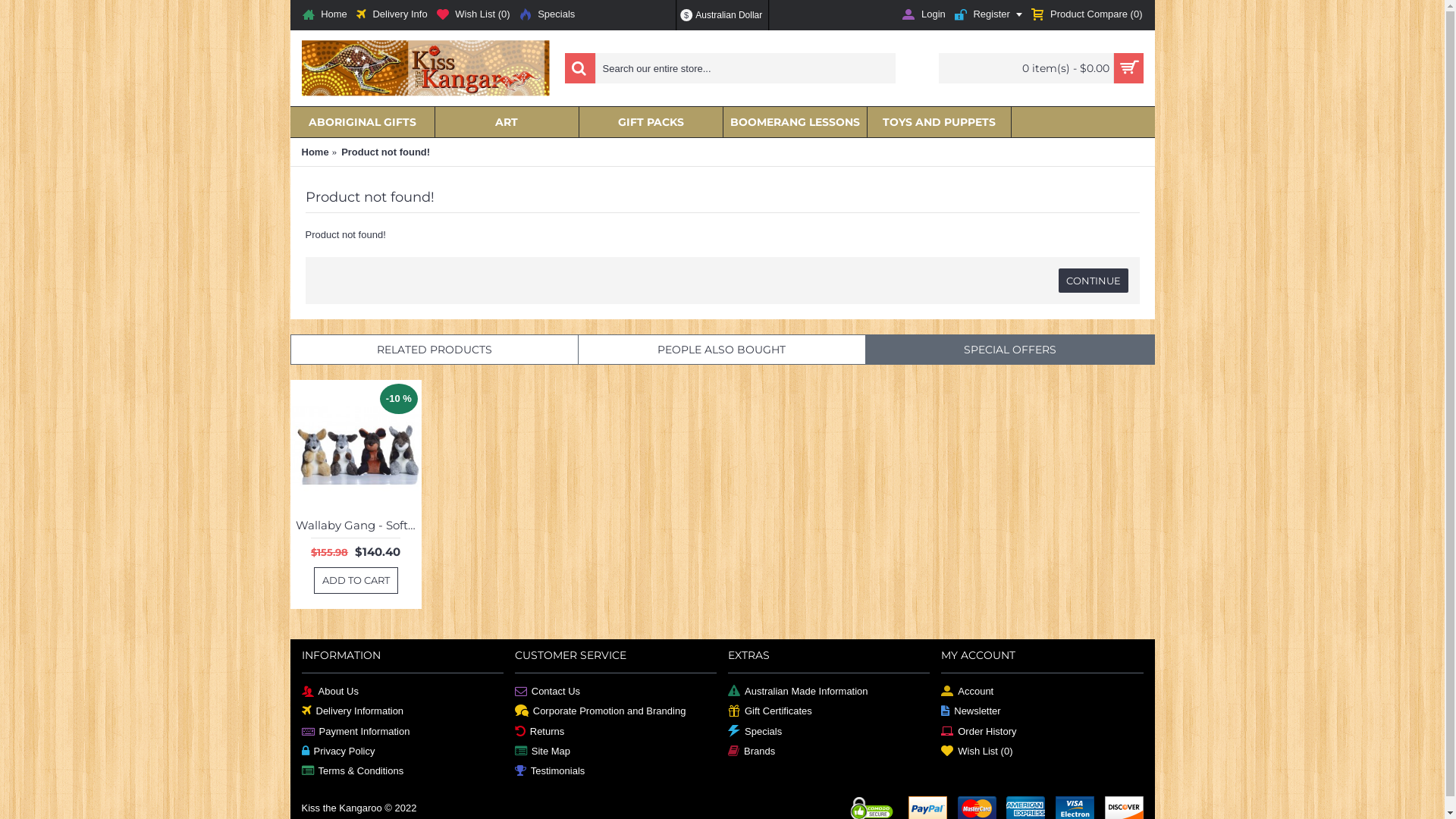 Image resolution: width=1456 pixels, height=819 pixels. Describe the element at coordinates (360, 121) in the screenshot. I see `'ABORIGINAL GIFTS'` at that location.